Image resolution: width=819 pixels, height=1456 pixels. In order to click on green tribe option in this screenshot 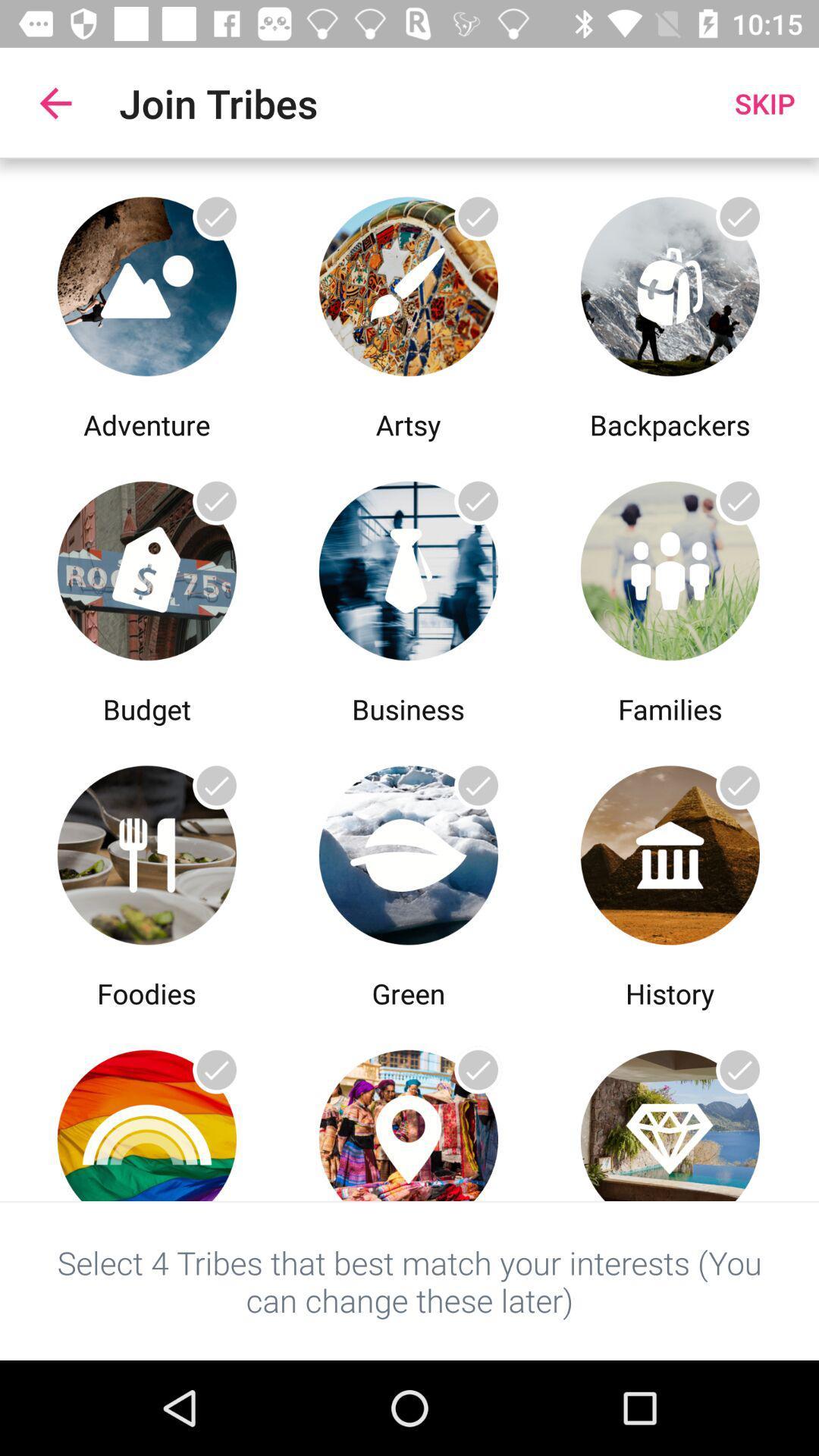, I will do `click(407, 851)`.